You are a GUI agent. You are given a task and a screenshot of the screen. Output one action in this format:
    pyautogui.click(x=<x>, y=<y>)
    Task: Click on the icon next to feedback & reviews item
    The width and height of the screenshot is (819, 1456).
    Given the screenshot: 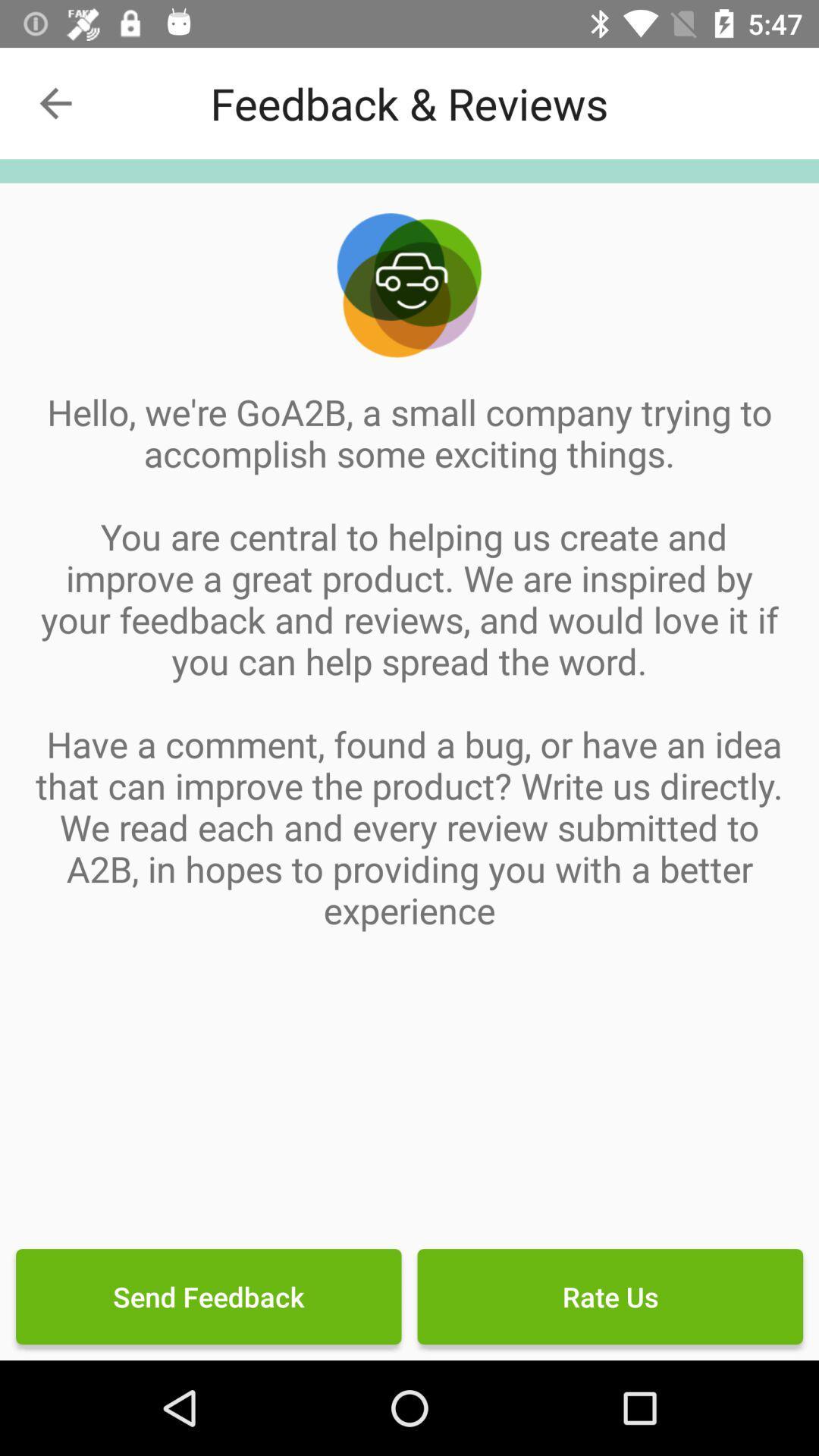 What is the action you would take?
    pyautogui.click(x=55, y=102)
    